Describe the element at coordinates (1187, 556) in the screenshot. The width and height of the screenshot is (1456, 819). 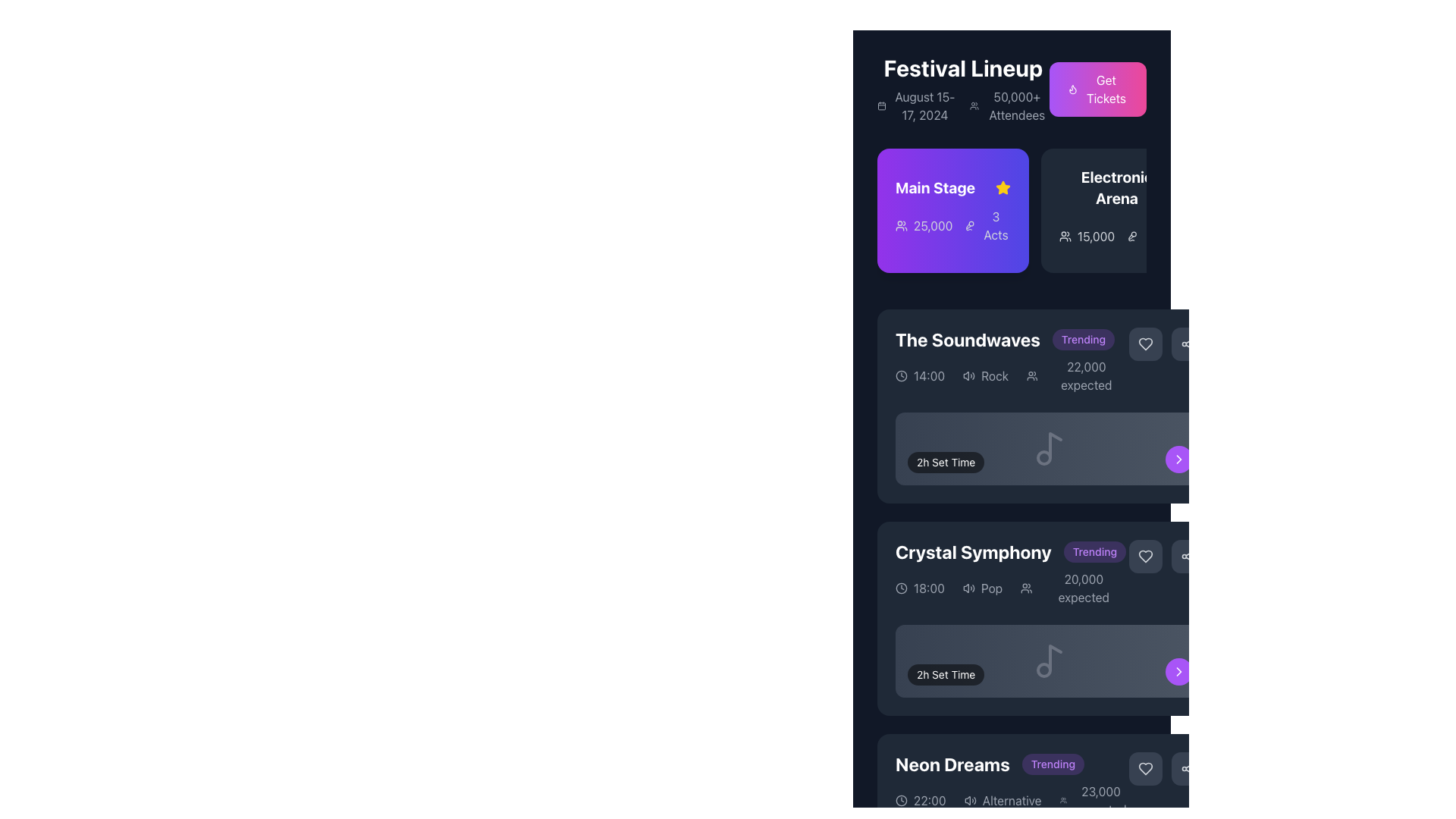
I see `the sharing icon located in the top-right corner of the 'Crystal Symphony' card` at that location.